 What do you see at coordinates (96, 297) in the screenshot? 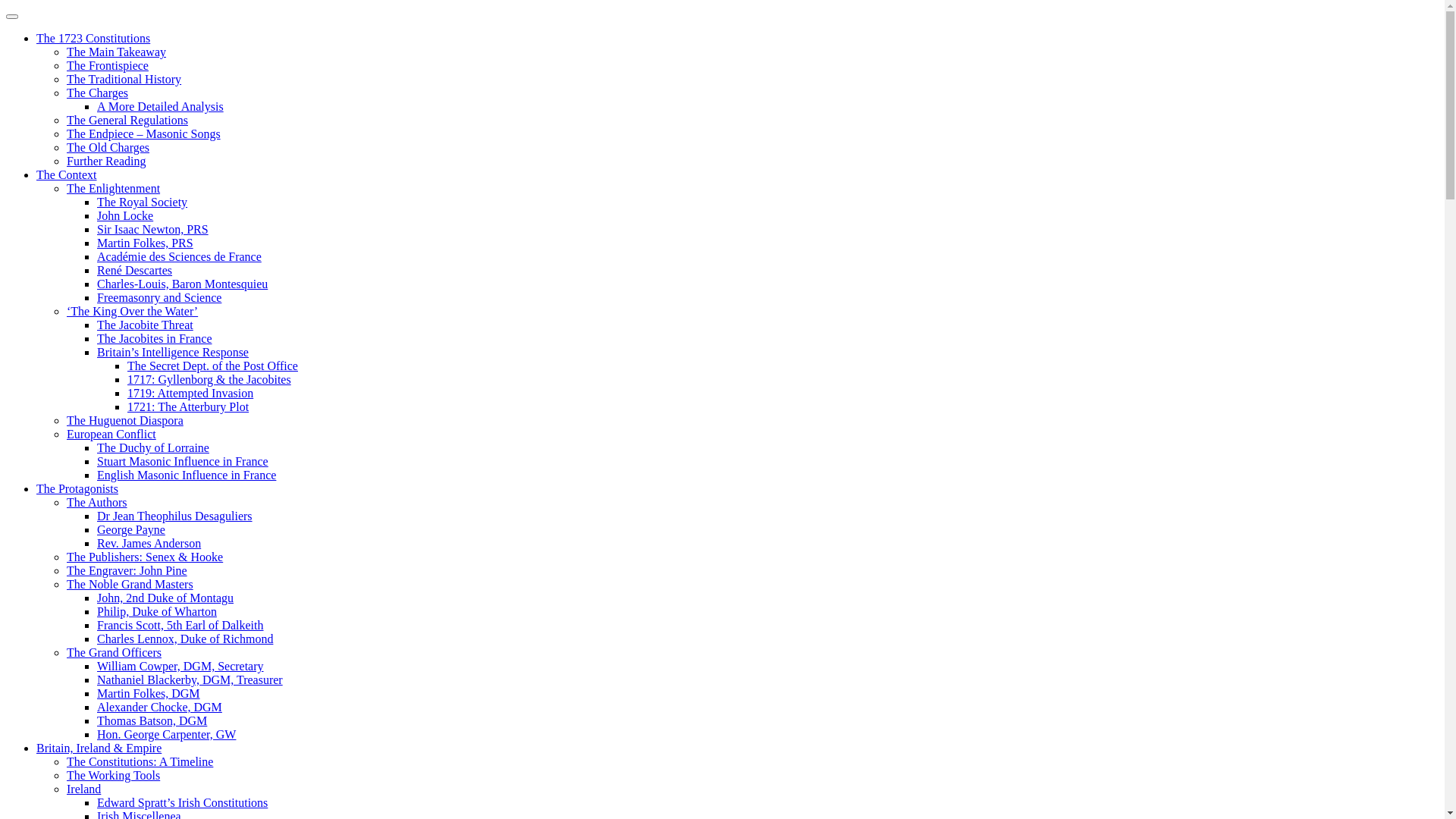
I see `'Freemasonry and Science'` at bounding box center [96, 297].